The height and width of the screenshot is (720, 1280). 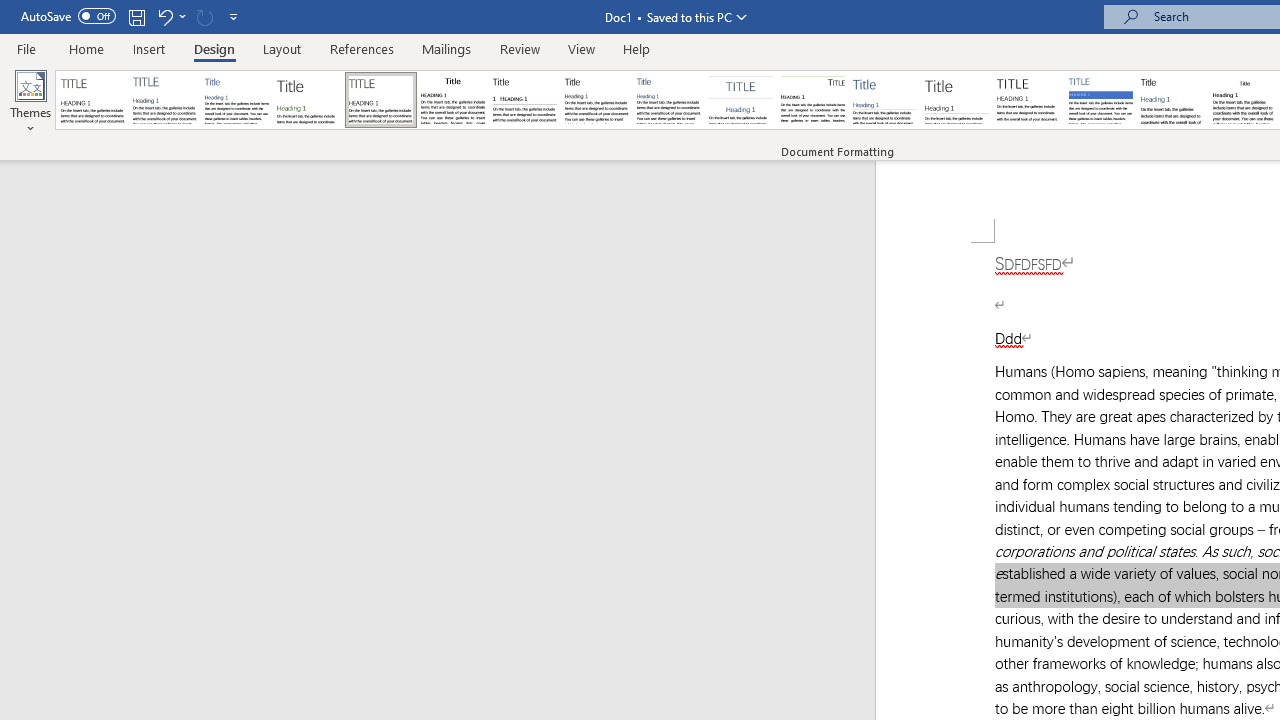 What do you see at coordinates (165, 100) in the screenshot?
I see `'Basic (Elegant)'` at bounding box center [165, 100].